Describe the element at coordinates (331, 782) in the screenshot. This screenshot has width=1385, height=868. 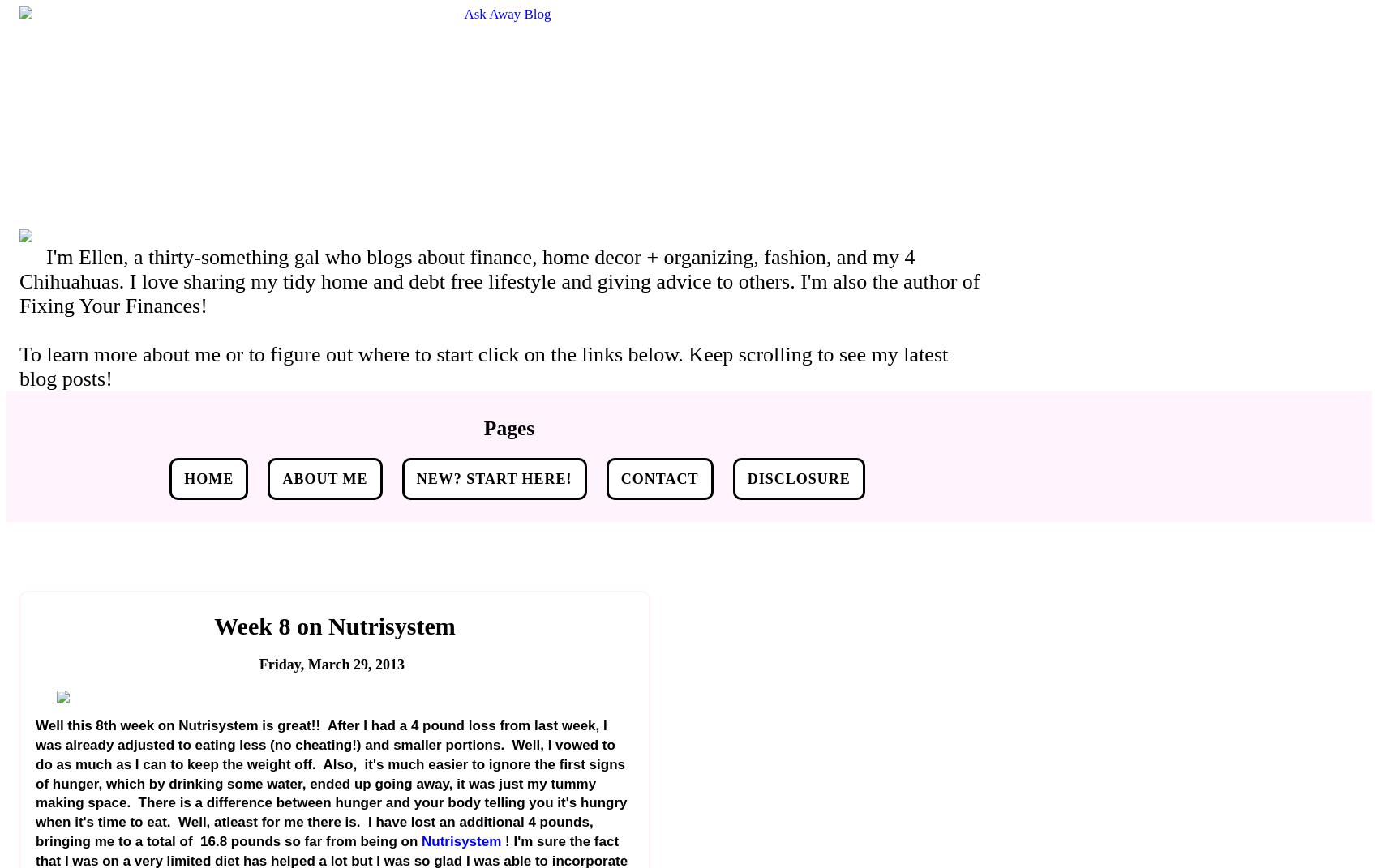
I see `'Well this 8th week on Nutrisystem is great!!  After I had a 4 pound loss from last week, I was already adjusted to eating less (no cheating!) and smaller portions.  Well, I vowed to do as much as I can to keep the weight off.  Also,  it's much easier to ignore the first signs of hunger, which by drinking some water, ended up going away, it was just my tummy making space.  There is a difference between hunger and your body telling you it's hungry when it's time to eat.  Well, atleast for me there is.  I have lost an additional 4 pounds, bringing me to a total of  16.8 pounds so far from being on'` at that location.